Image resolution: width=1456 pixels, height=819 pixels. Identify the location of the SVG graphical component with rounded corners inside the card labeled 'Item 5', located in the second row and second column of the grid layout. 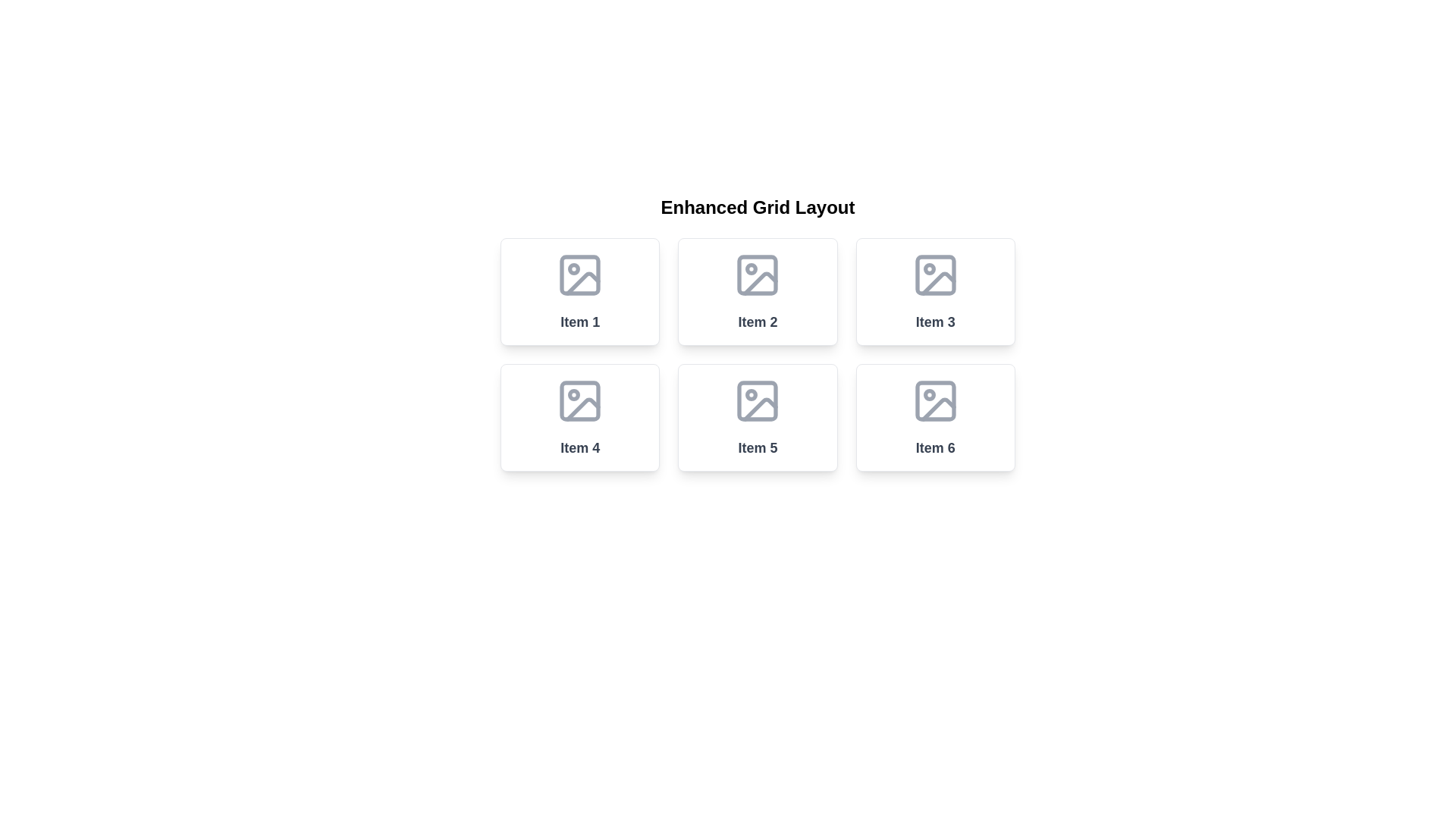
(758, 400).